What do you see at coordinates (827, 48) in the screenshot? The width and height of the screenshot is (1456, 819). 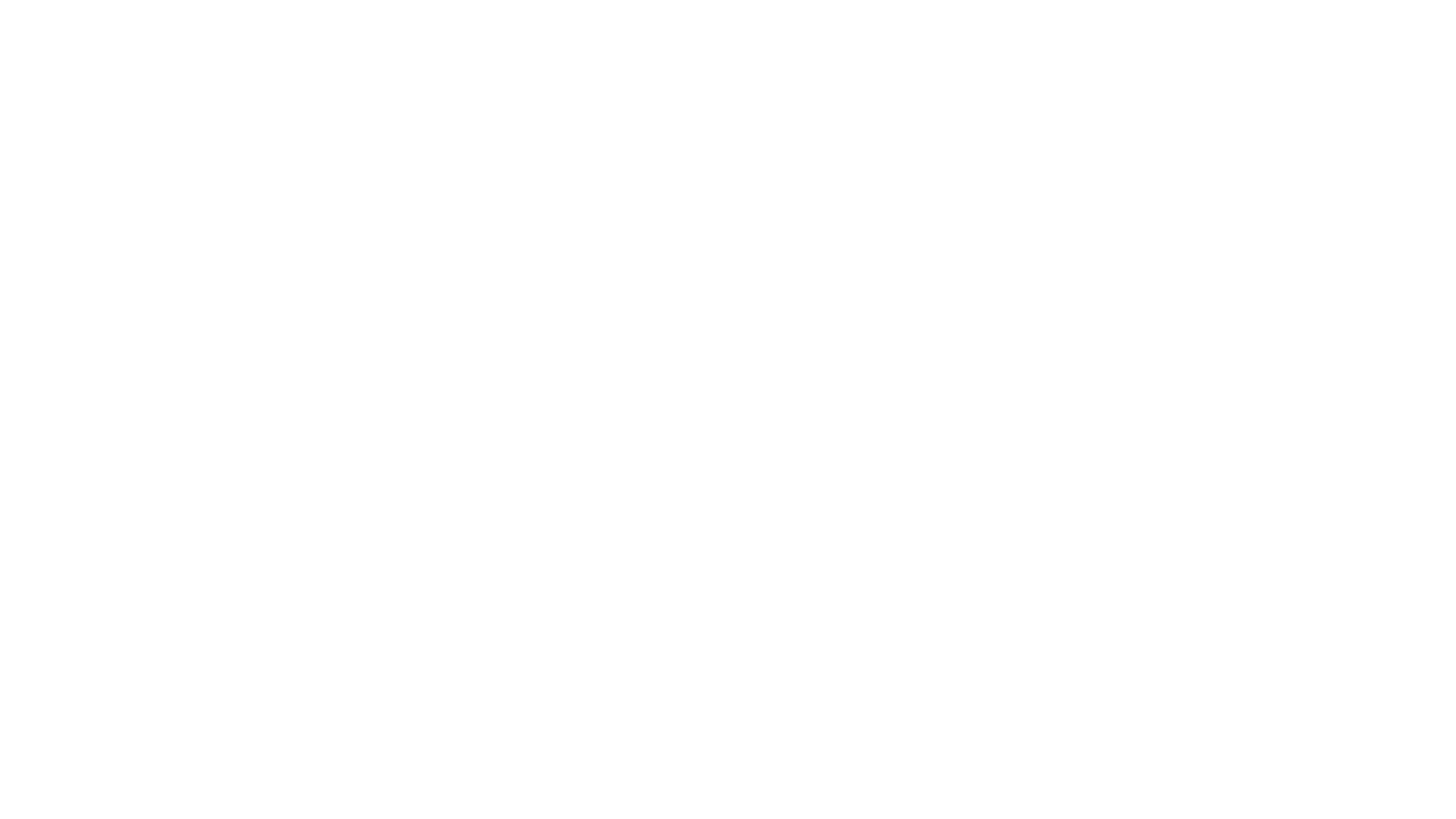 I see `Schedule of Events` at bounding box center [827, 48].